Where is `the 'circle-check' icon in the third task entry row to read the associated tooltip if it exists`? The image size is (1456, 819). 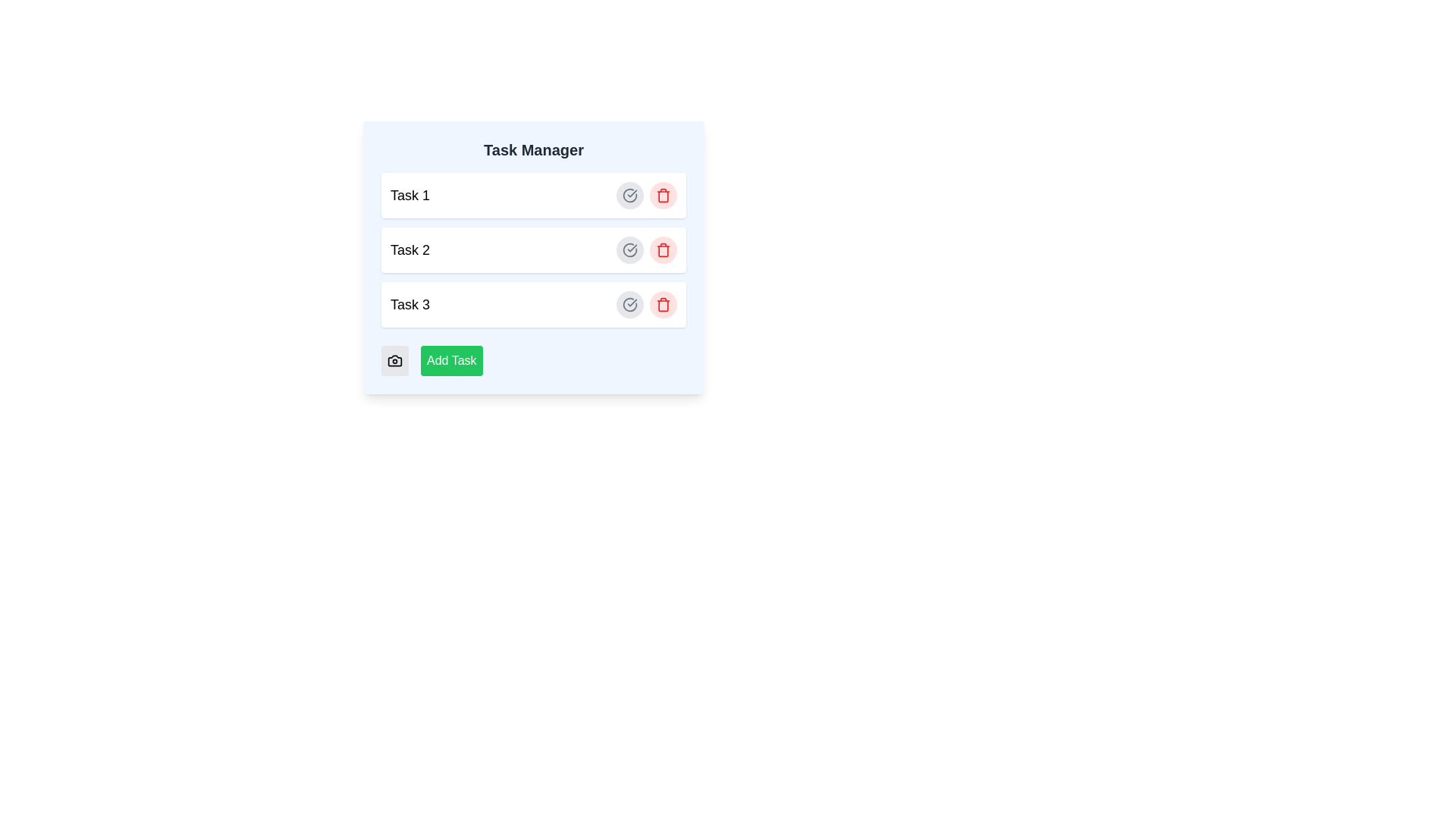
the 'circle-check' icon in the third task entry row to read the associated tooltip if it exists is located at coordinates (629, 304).